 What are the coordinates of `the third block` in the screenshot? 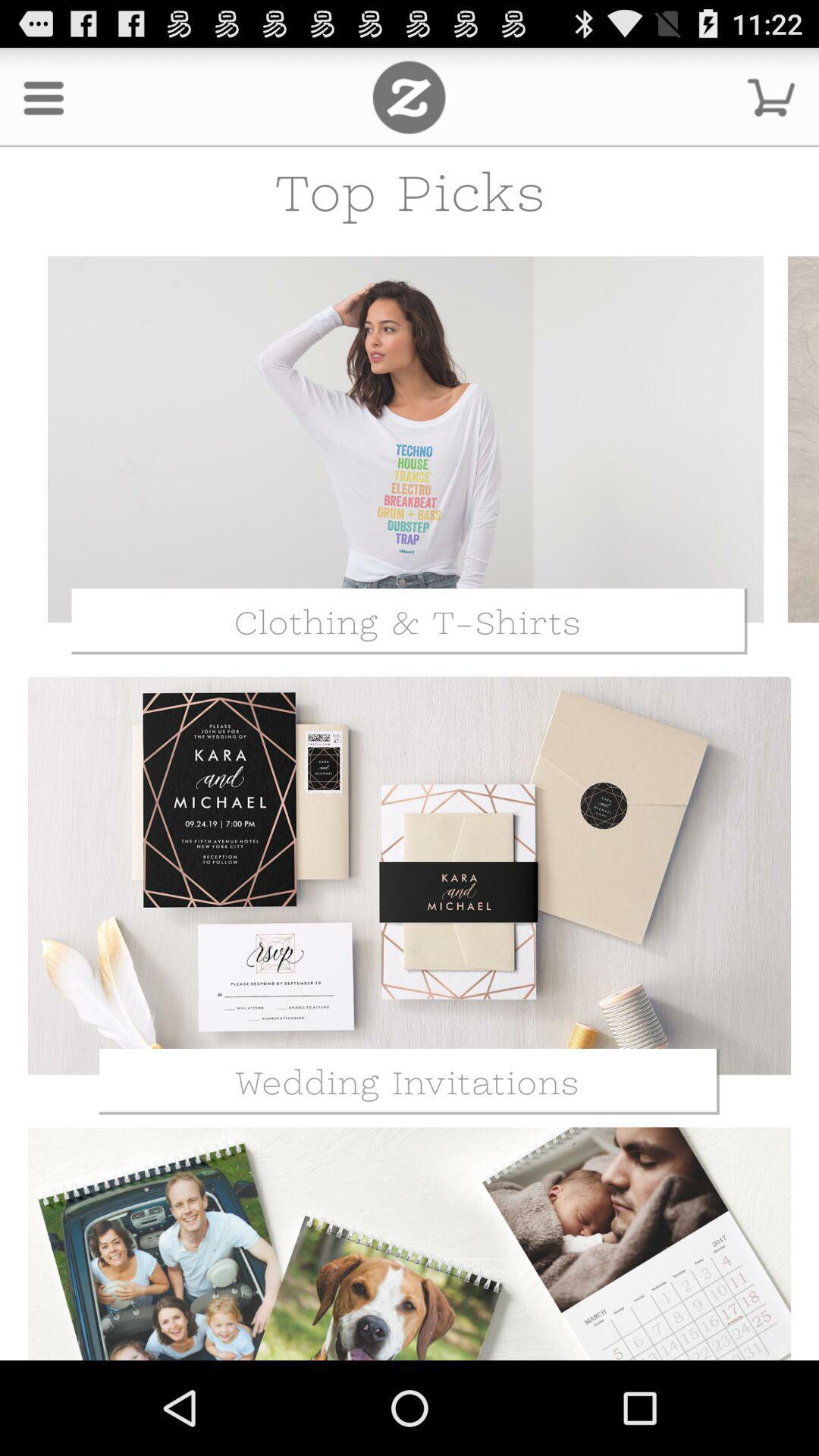 It's located at (409, 1241).